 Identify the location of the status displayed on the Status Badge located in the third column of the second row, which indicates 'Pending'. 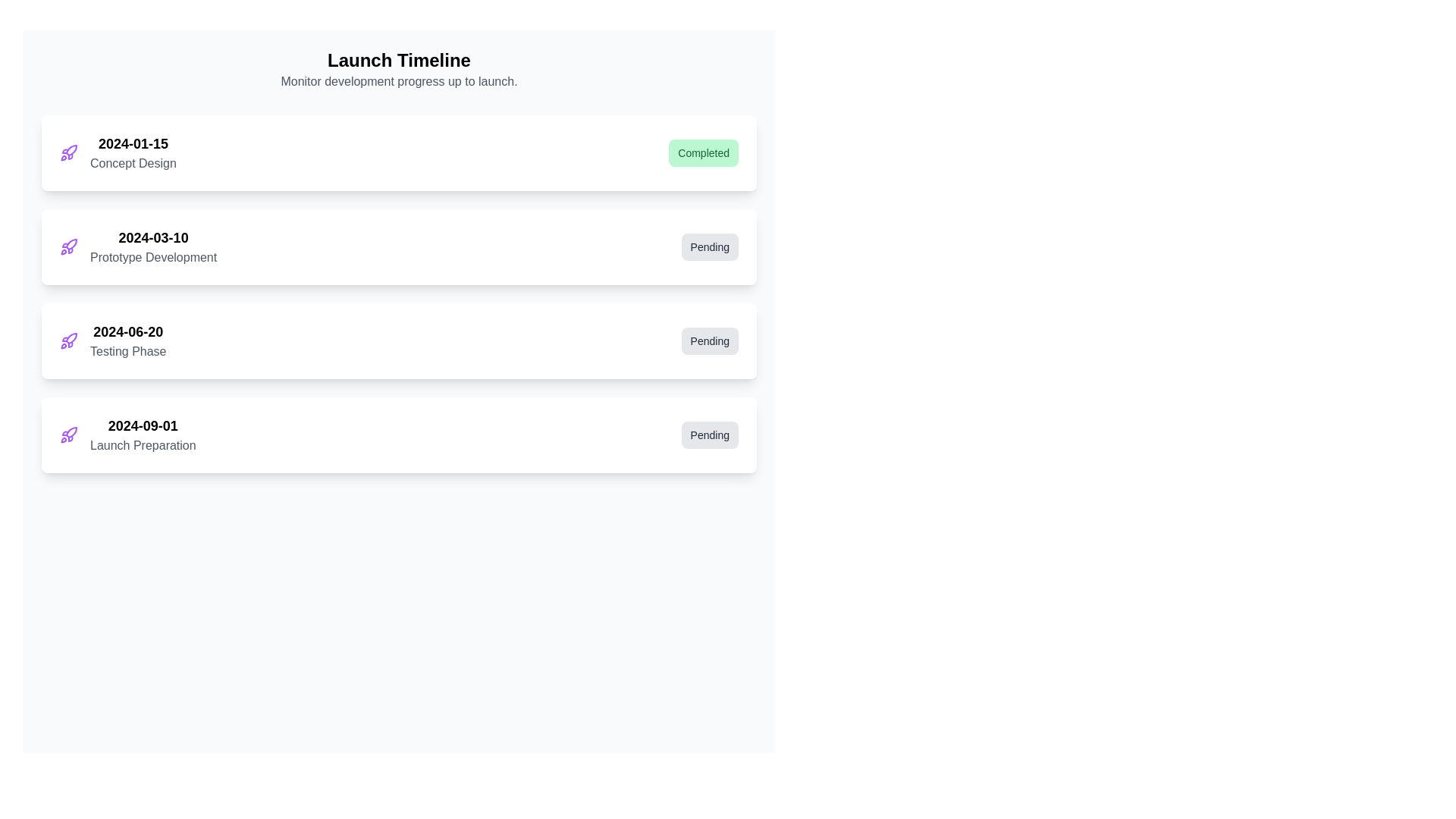
(709, 246).